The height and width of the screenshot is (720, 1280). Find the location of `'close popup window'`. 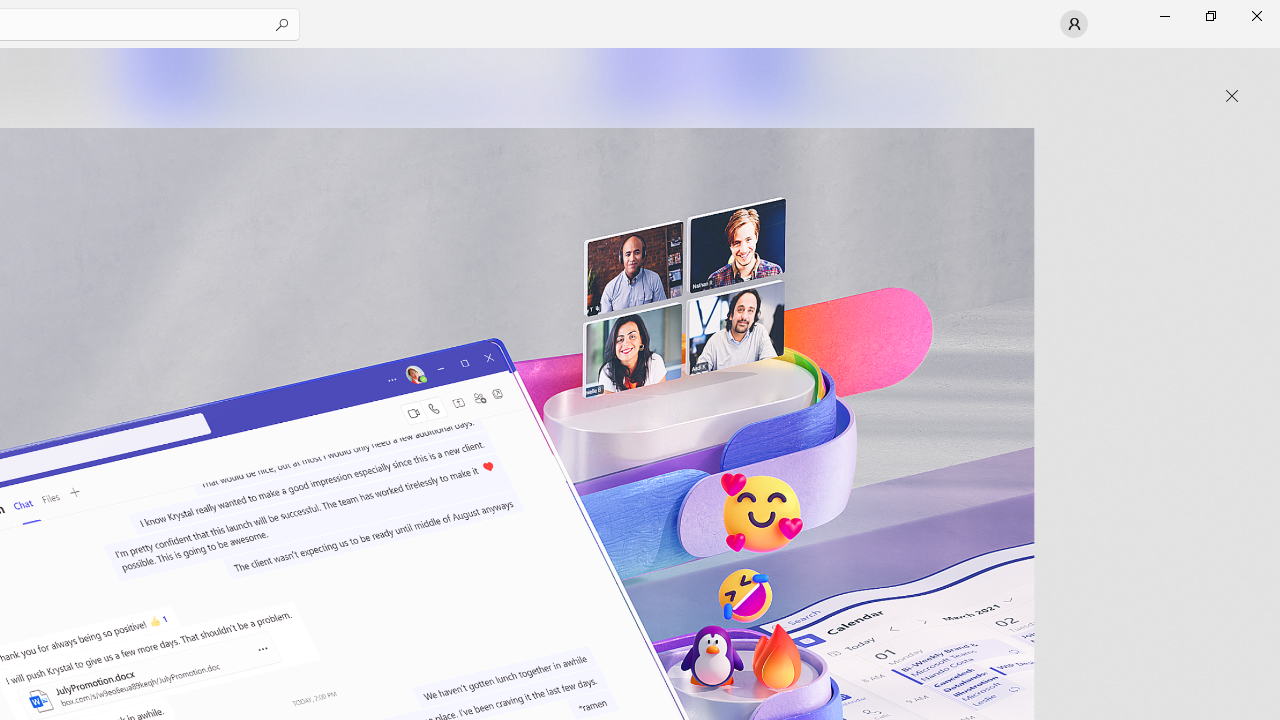

'close popup window' is located at coordinates (1231, 96).